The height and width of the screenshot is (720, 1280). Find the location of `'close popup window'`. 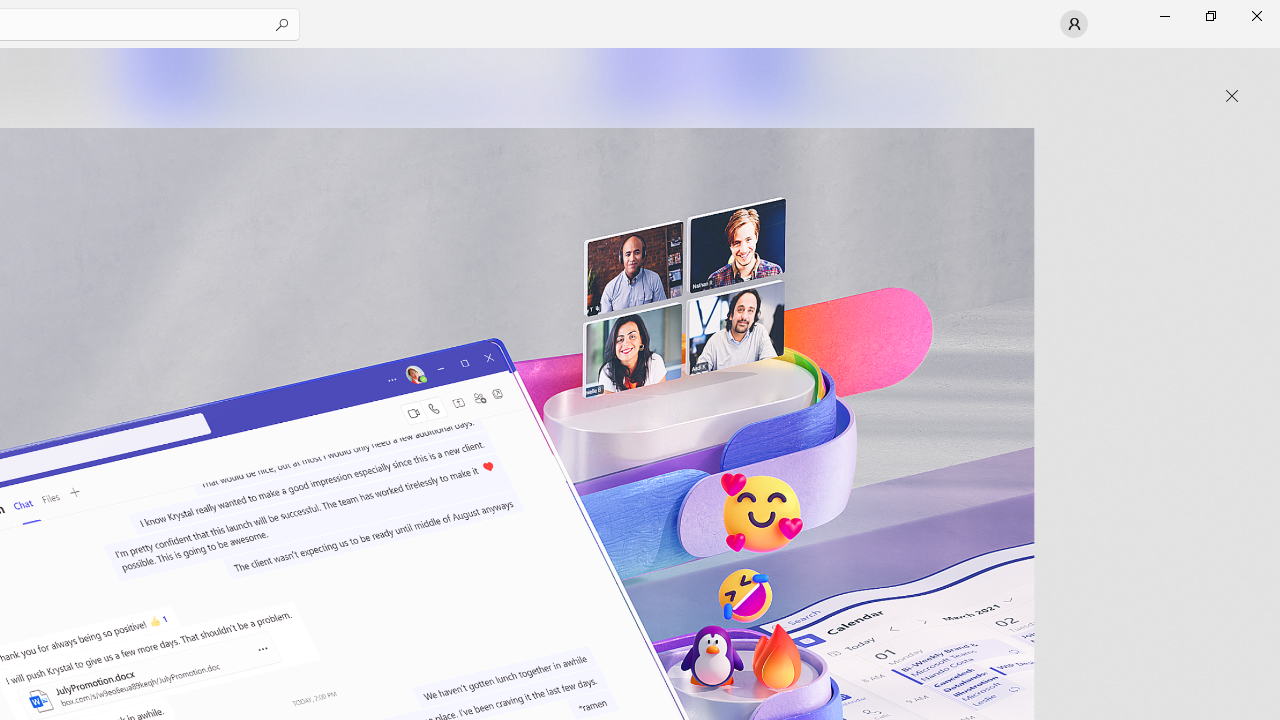

'close popup window' is located at coordinates (1231, 96).